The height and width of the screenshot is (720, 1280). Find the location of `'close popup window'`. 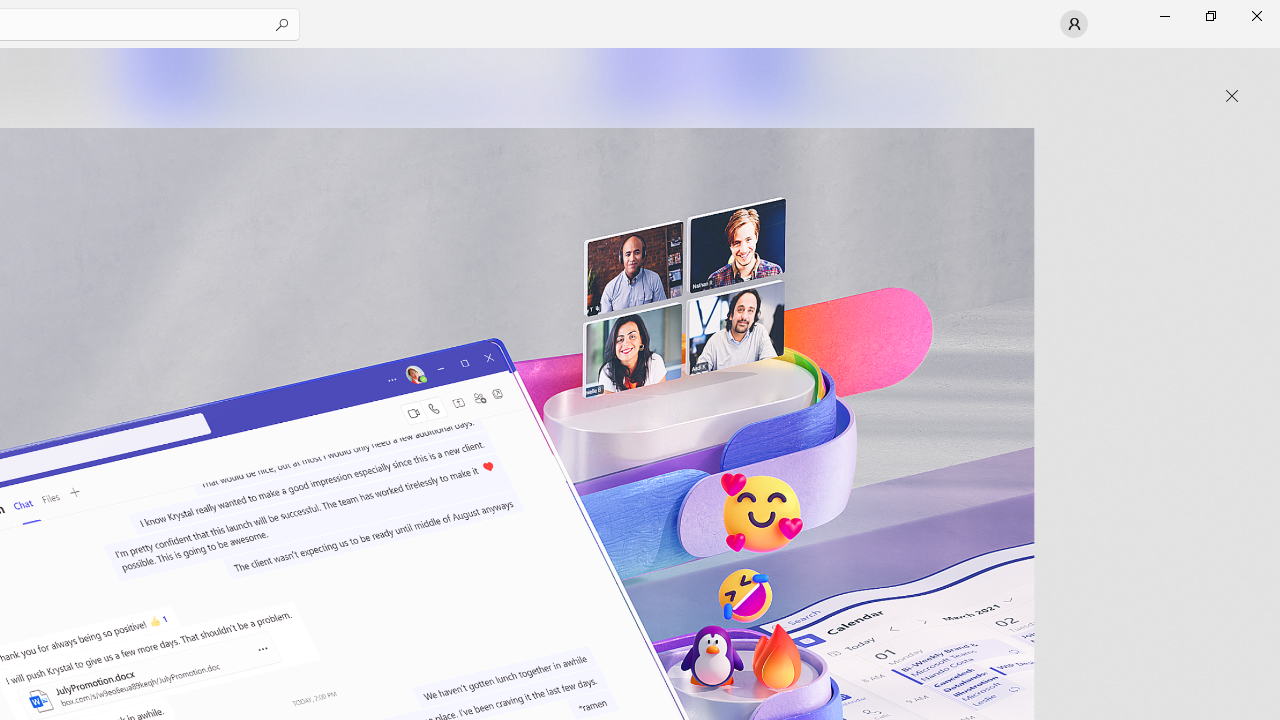

'close popup window' is located at coordinates (1231, 96).